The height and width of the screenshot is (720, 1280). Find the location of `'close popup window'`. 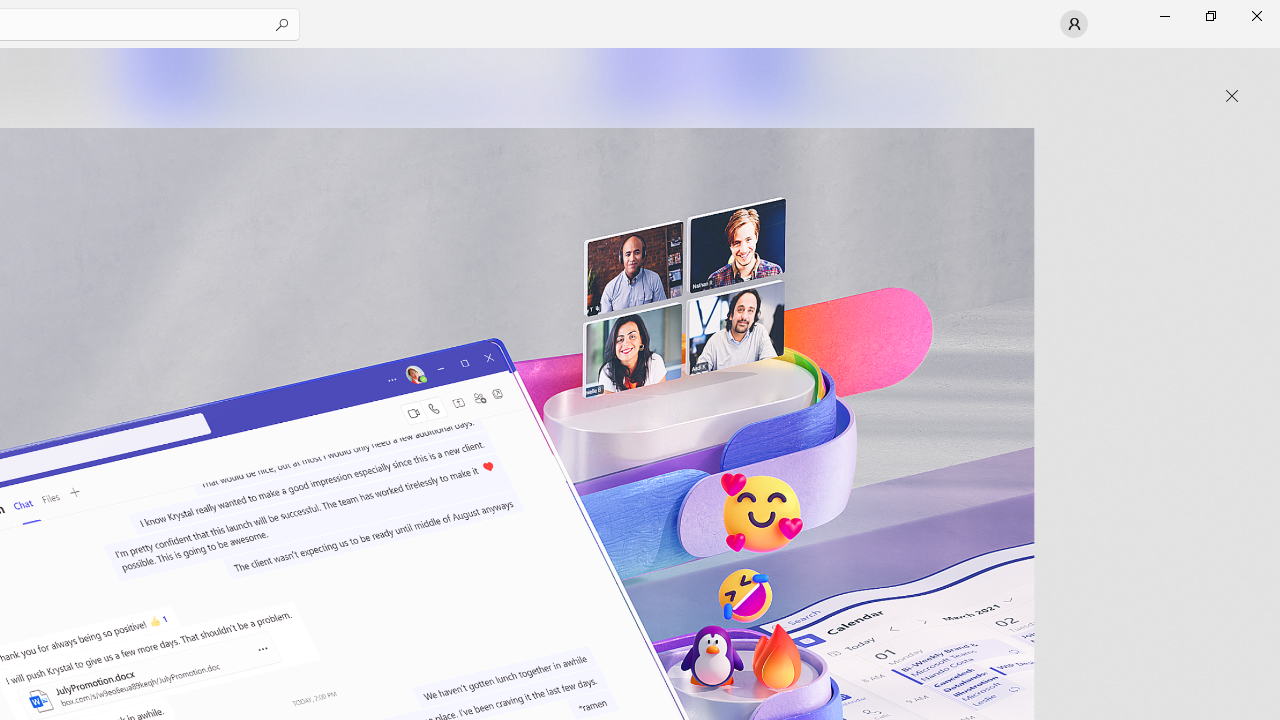

'close popup window' is located at coordinates (1231, 96).